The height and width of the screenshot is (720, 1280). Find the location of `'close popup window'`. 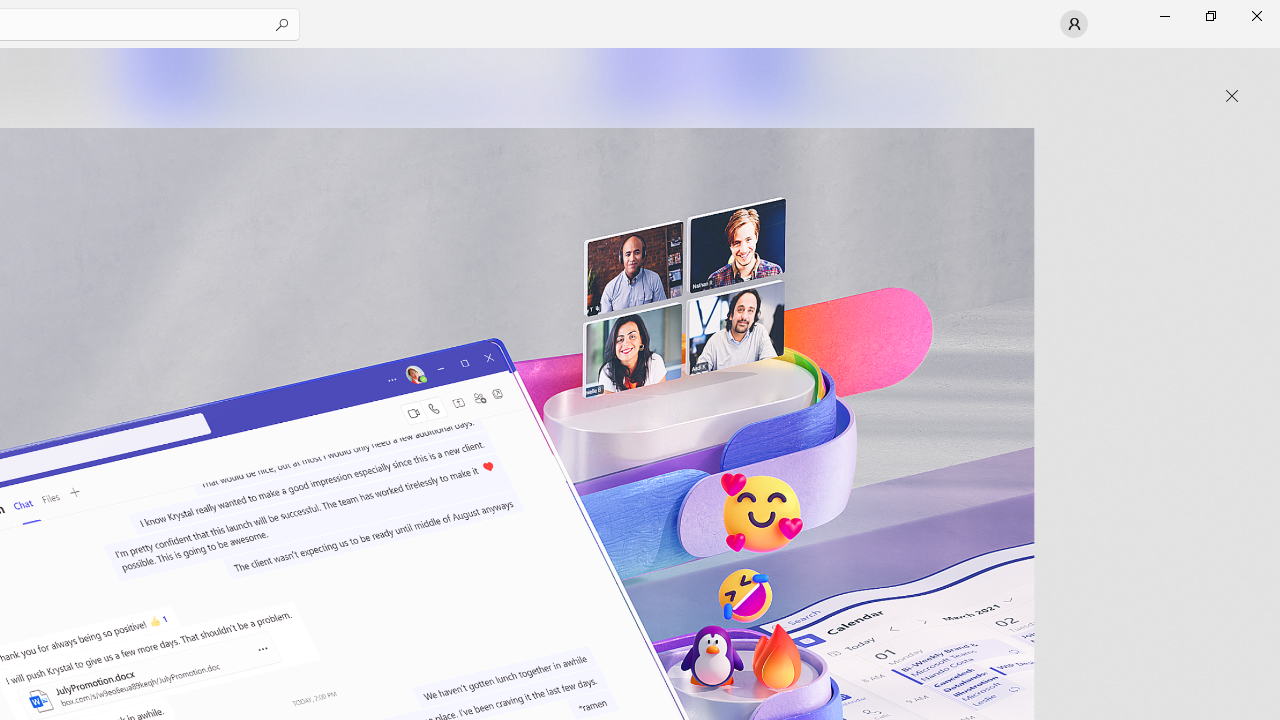

'close popup window' is located at coordinates (1231, 96).